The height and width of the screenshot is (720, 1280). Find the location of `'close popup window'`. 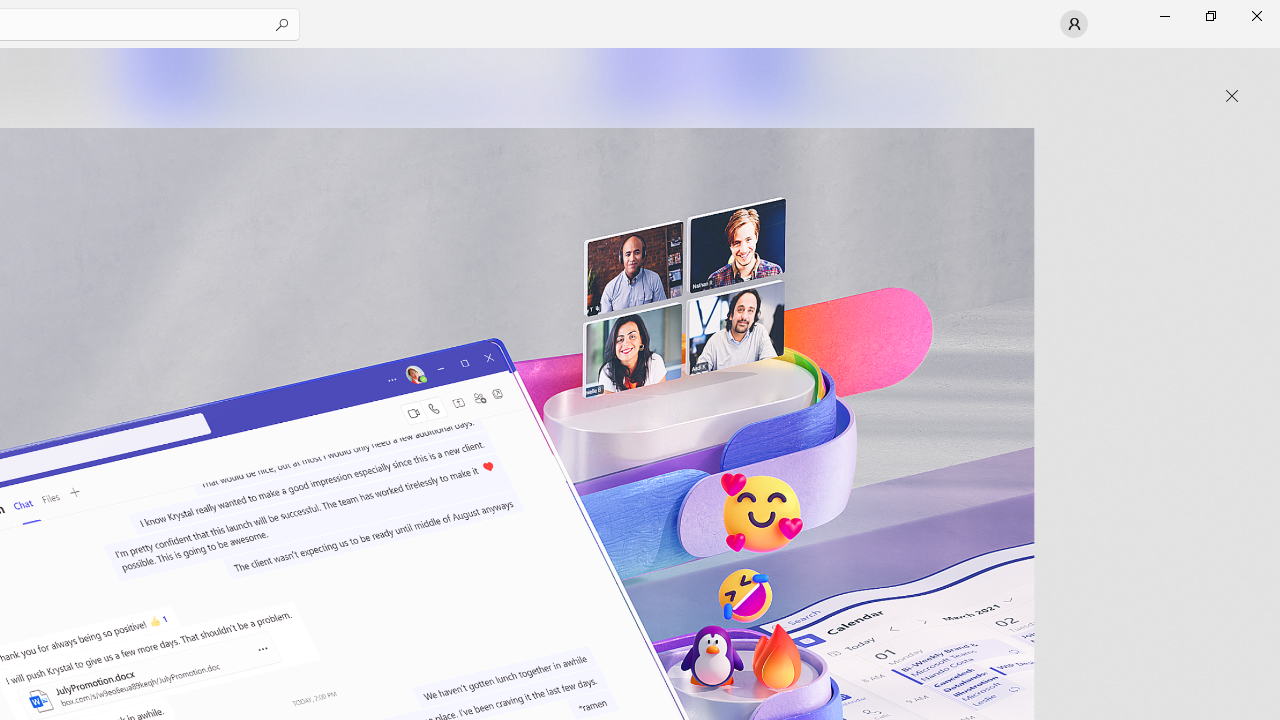

'close popup window' is located at coordinates (1231, 96).